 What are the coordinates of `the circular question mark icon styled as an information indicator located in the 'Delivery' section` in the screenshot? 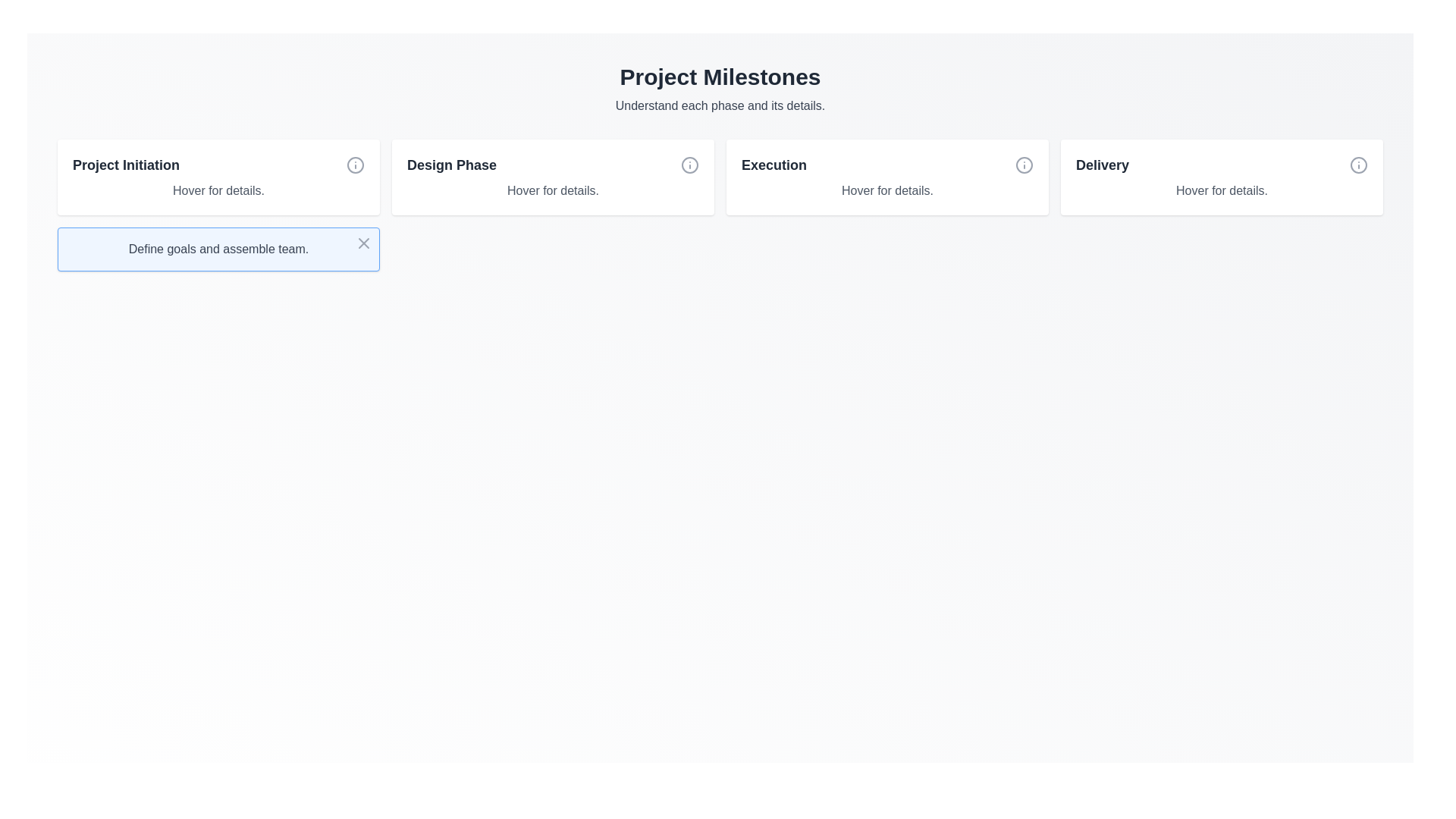 It's located at (1358, 165).